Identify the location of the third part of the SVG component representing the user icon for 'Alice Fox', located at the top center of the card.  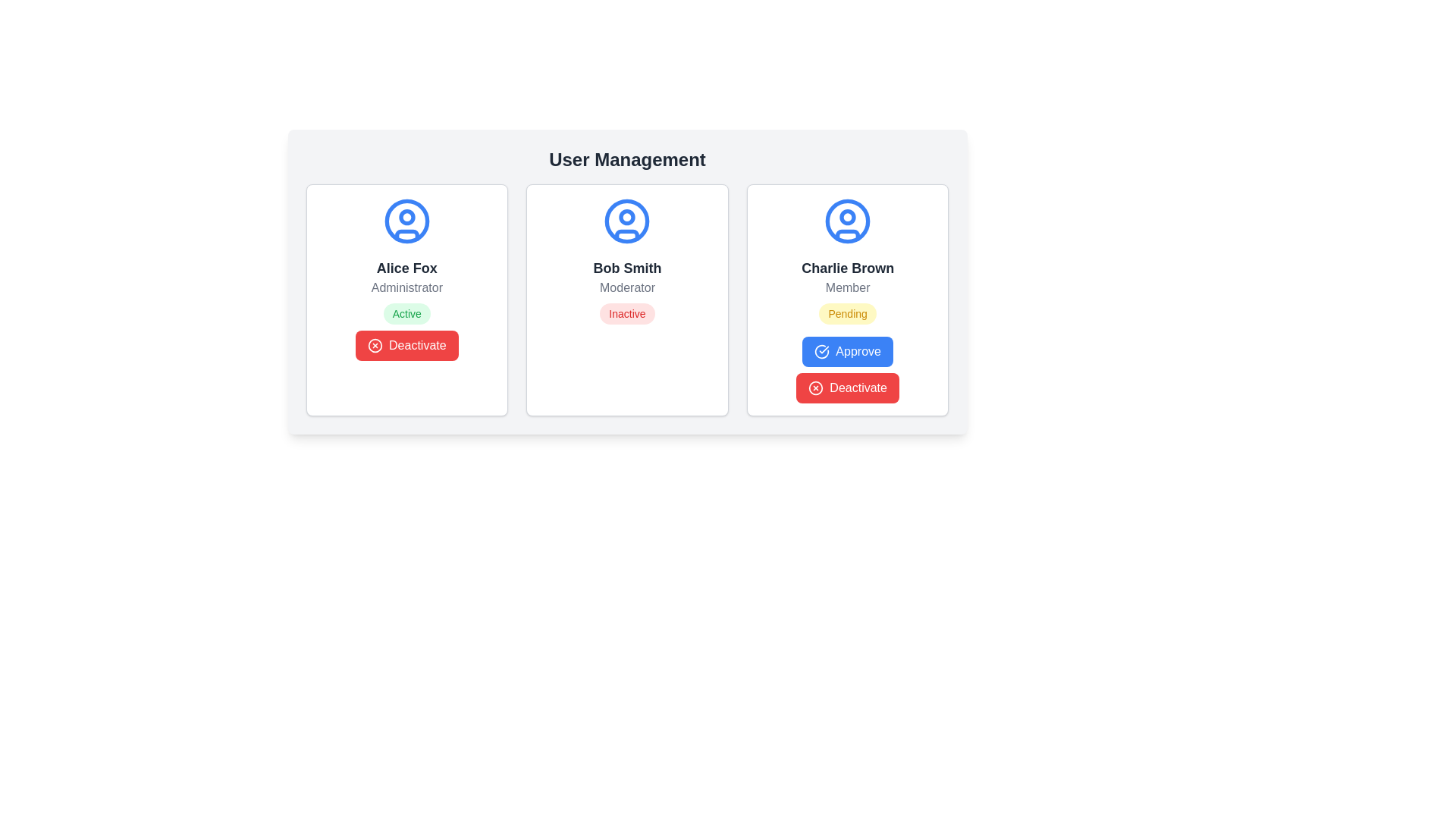
(406, 235).